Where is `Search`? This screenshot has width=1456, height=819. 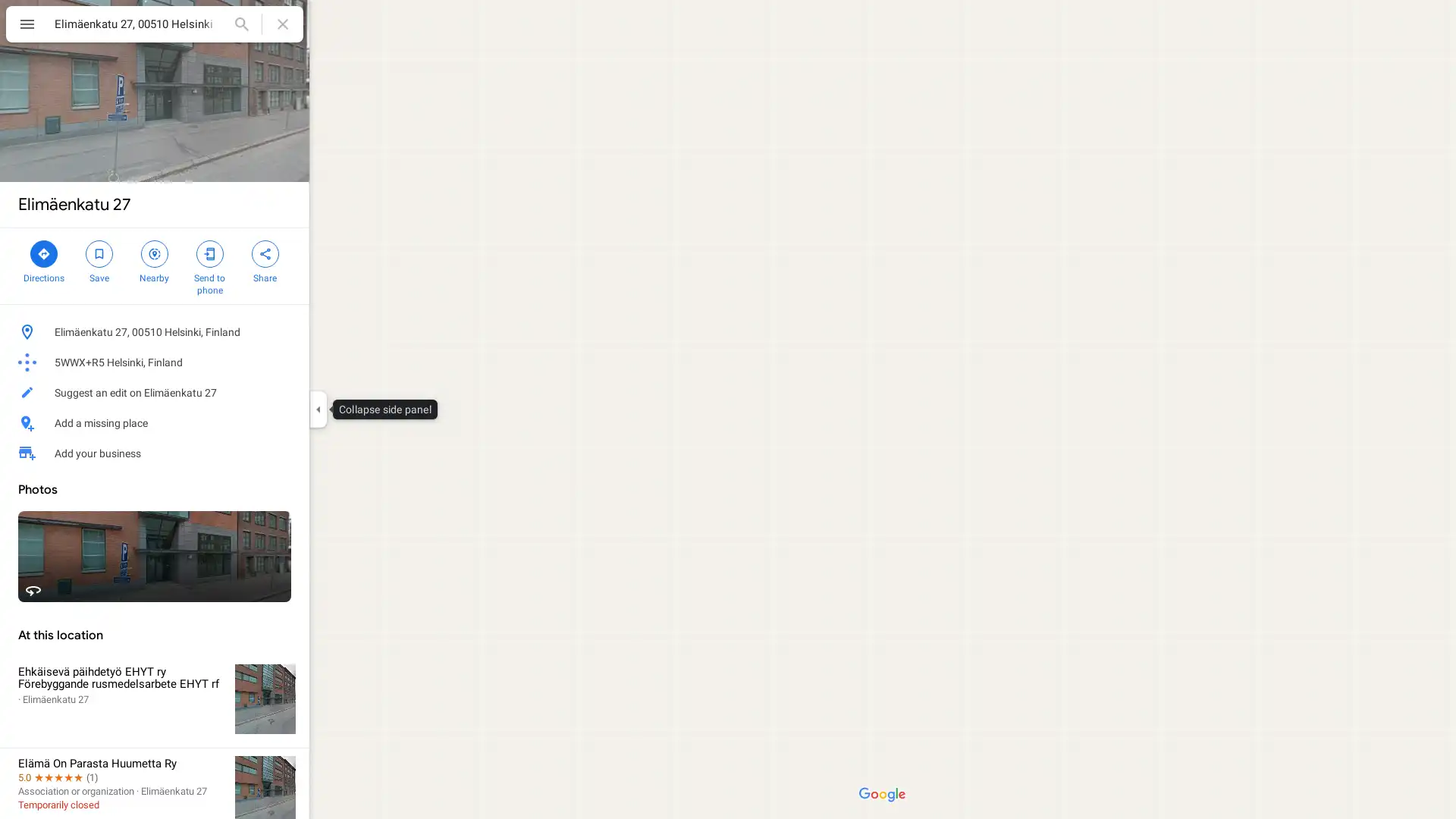
Search is located at coordinates (240, 24).